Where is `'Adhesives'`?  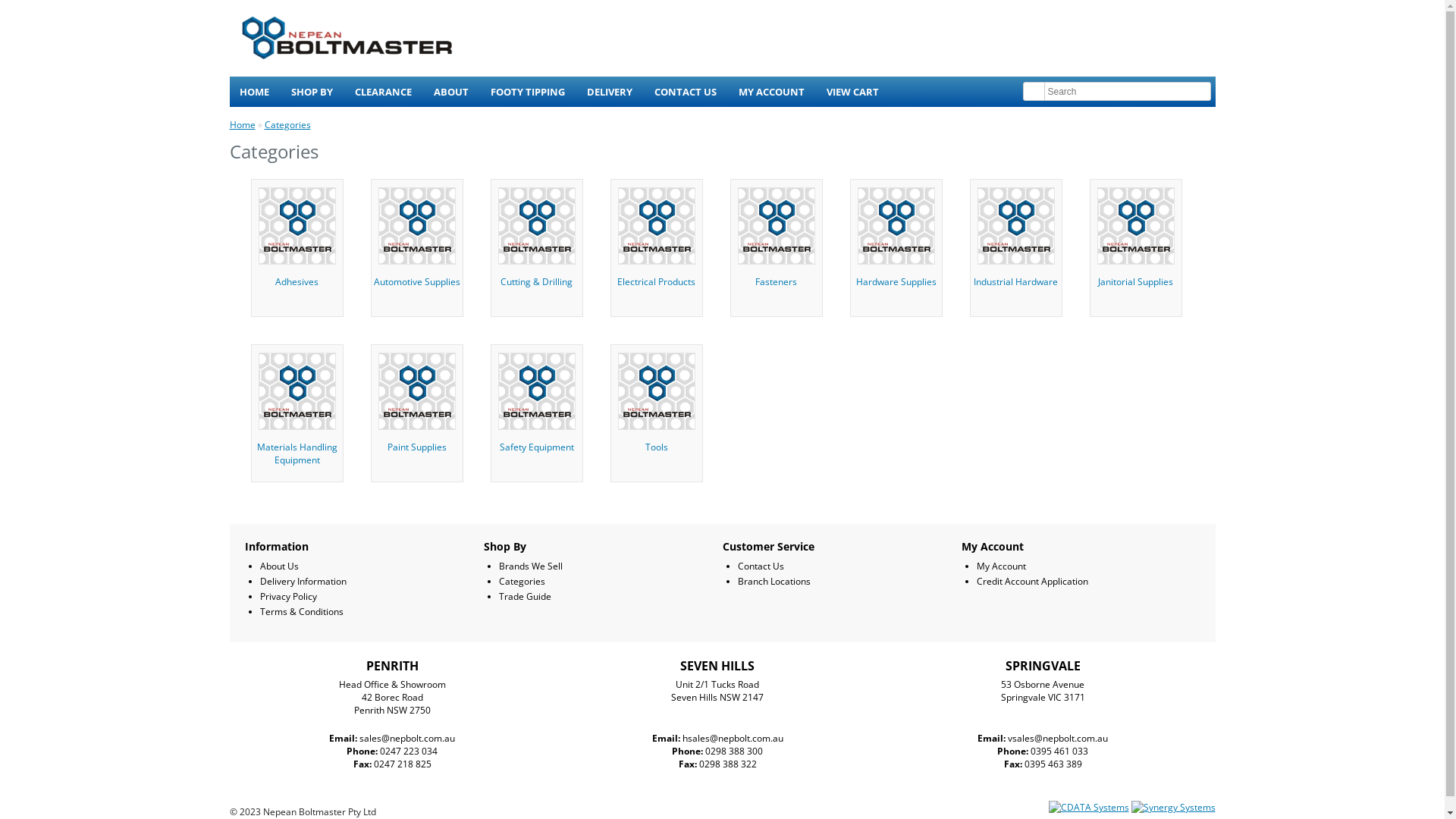
'Adhesives' is located at coordinates (297, 242).